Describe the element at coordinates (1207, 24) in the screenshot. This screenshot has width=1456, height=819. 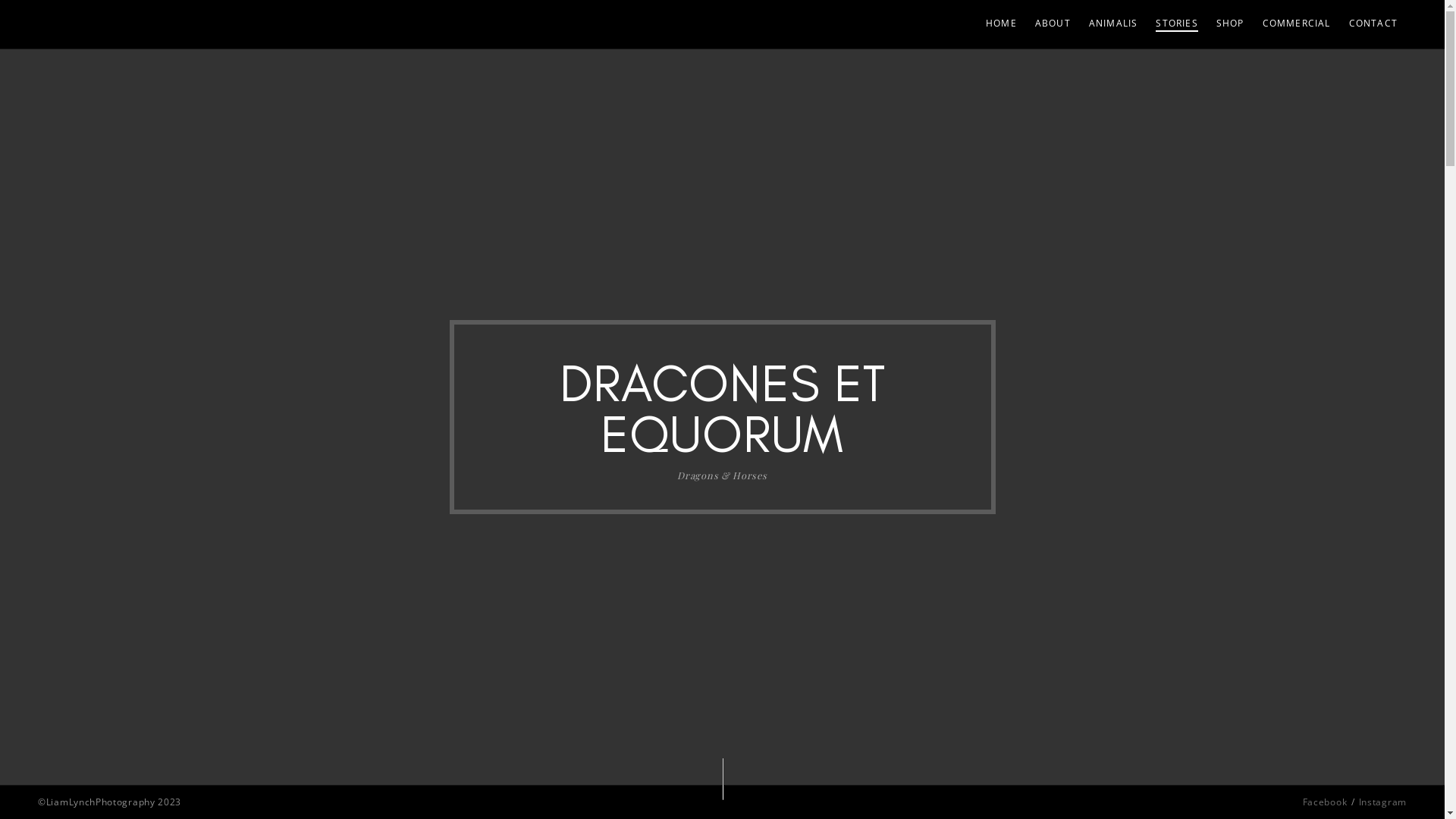
I see `'SHOP'` at that location.